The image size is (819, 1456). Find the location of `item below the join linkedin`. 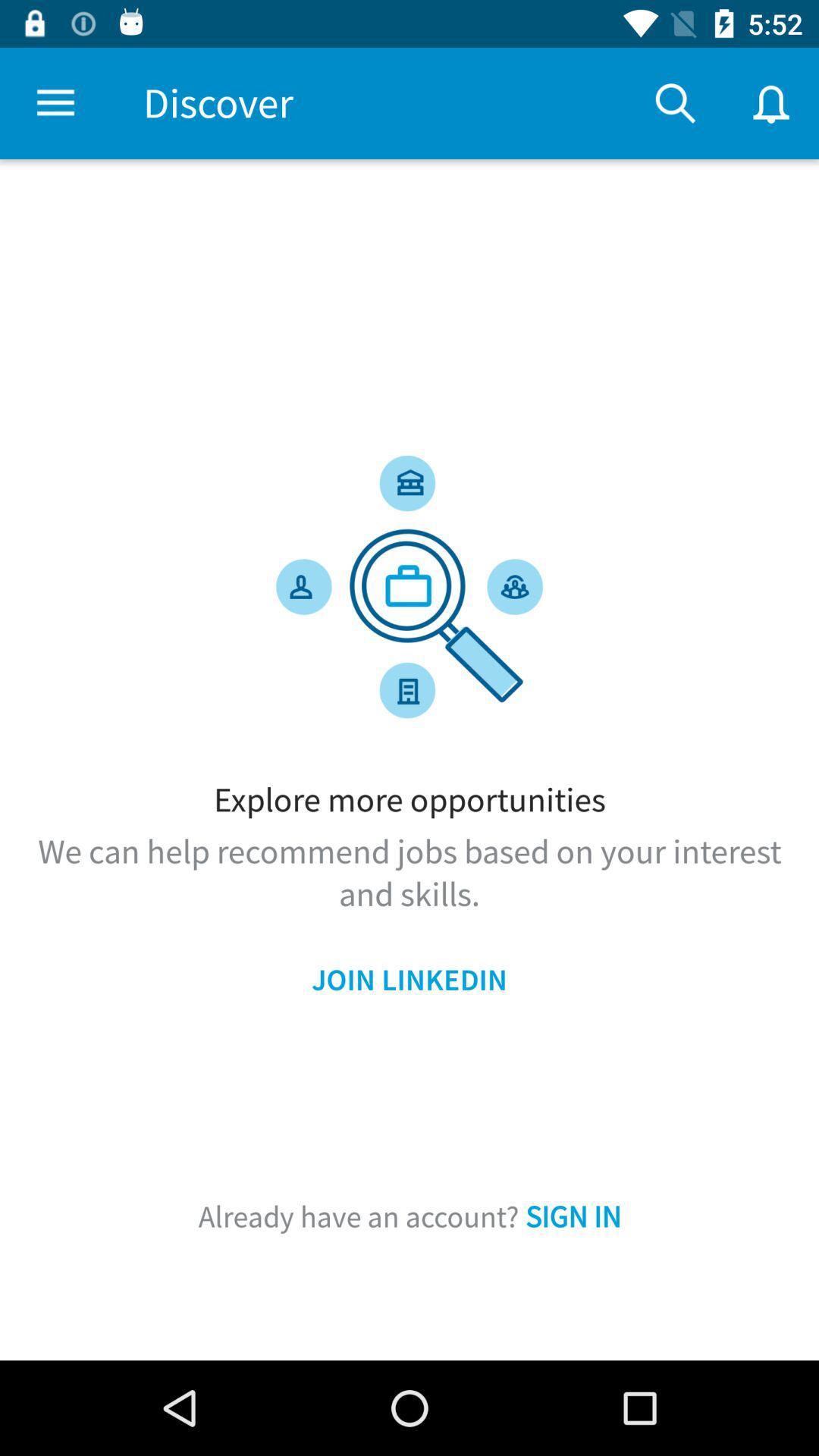

item below the join linkedin is located at coordinates (409, 1216).